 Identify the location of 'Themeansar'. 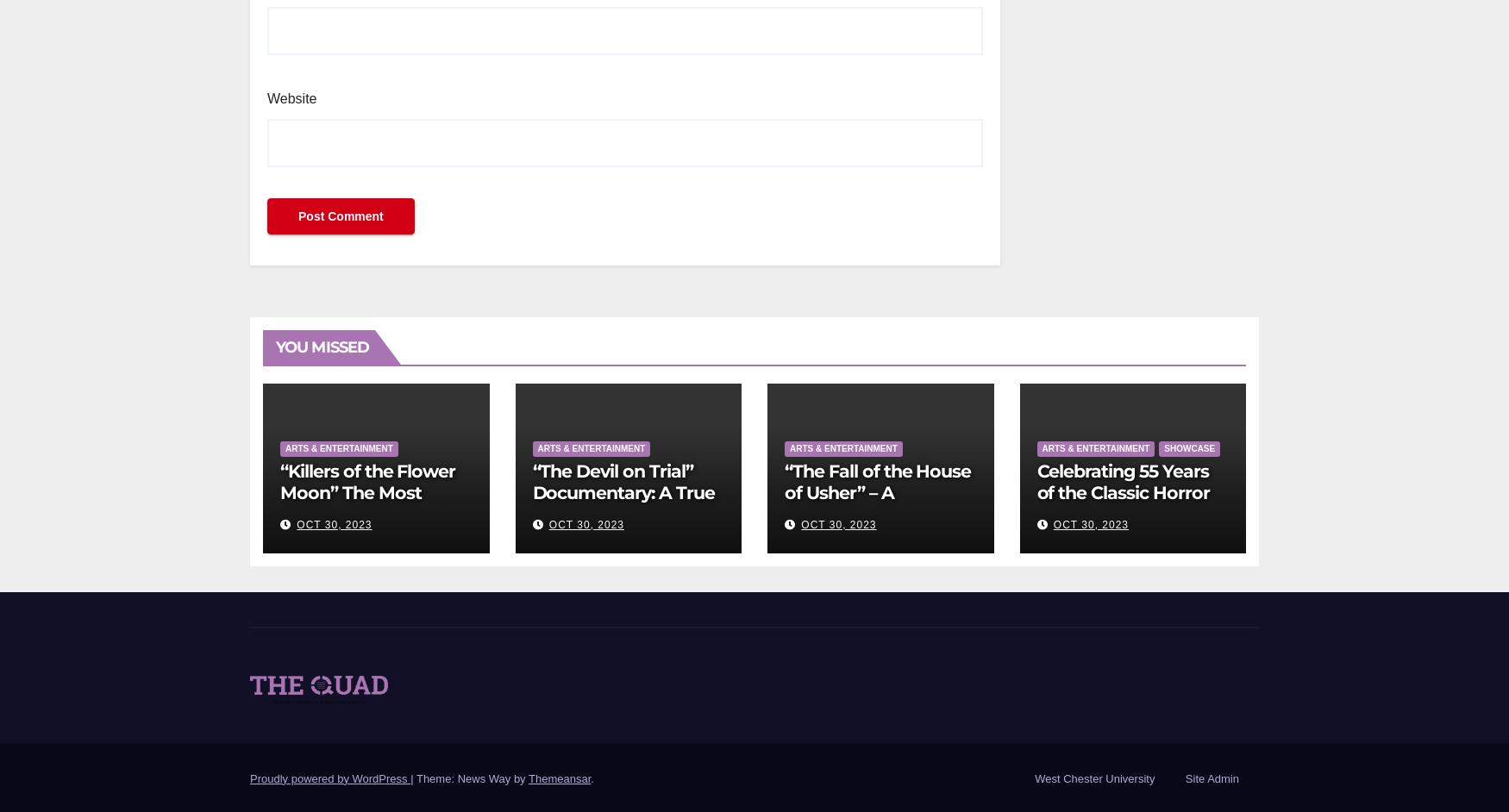
(559, 777).